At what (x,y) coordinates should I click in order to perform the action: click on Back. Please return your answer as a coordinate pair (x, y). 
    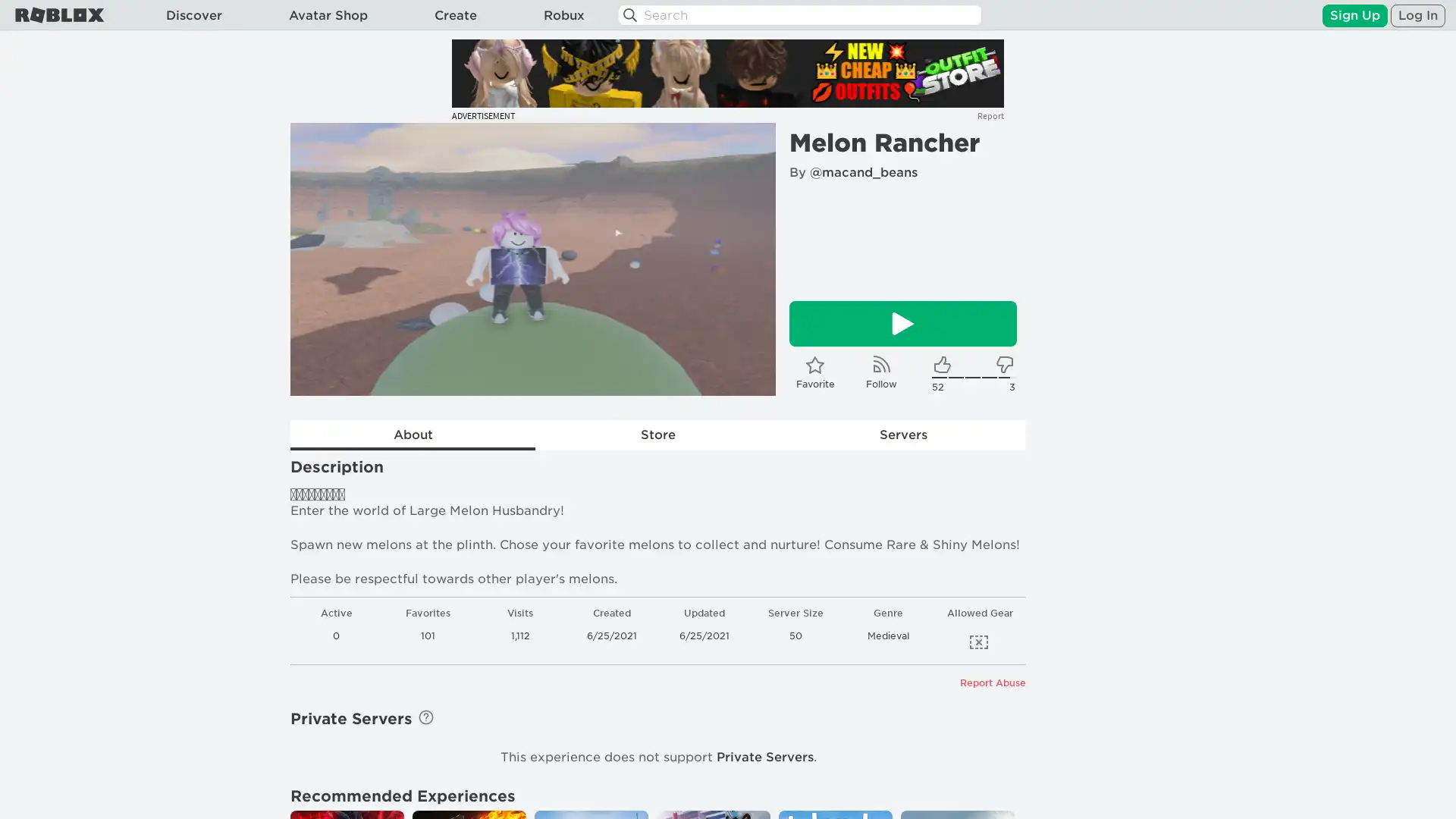
    Looking at the image, I should click on (322, 259).